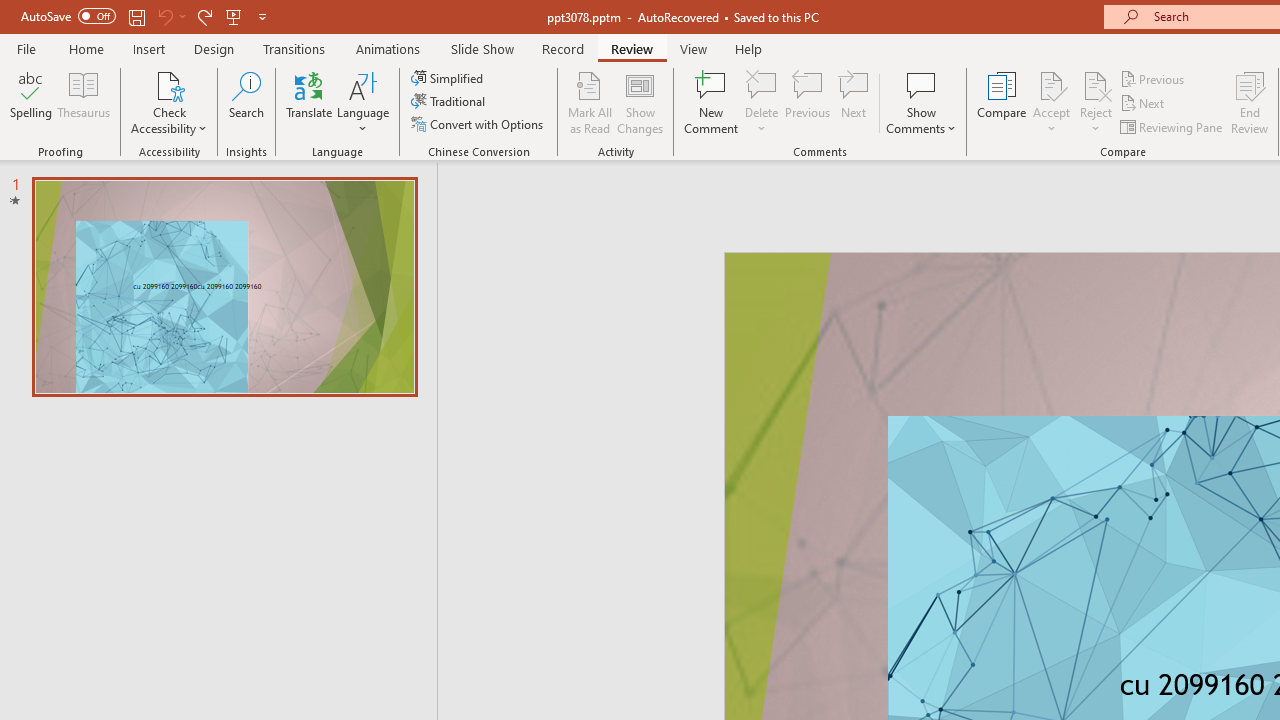 This screenshot has width=1280, height=720. Describe the element at coordinates (711, 103) in the screenshot. I see `'New Comment'` at that location.